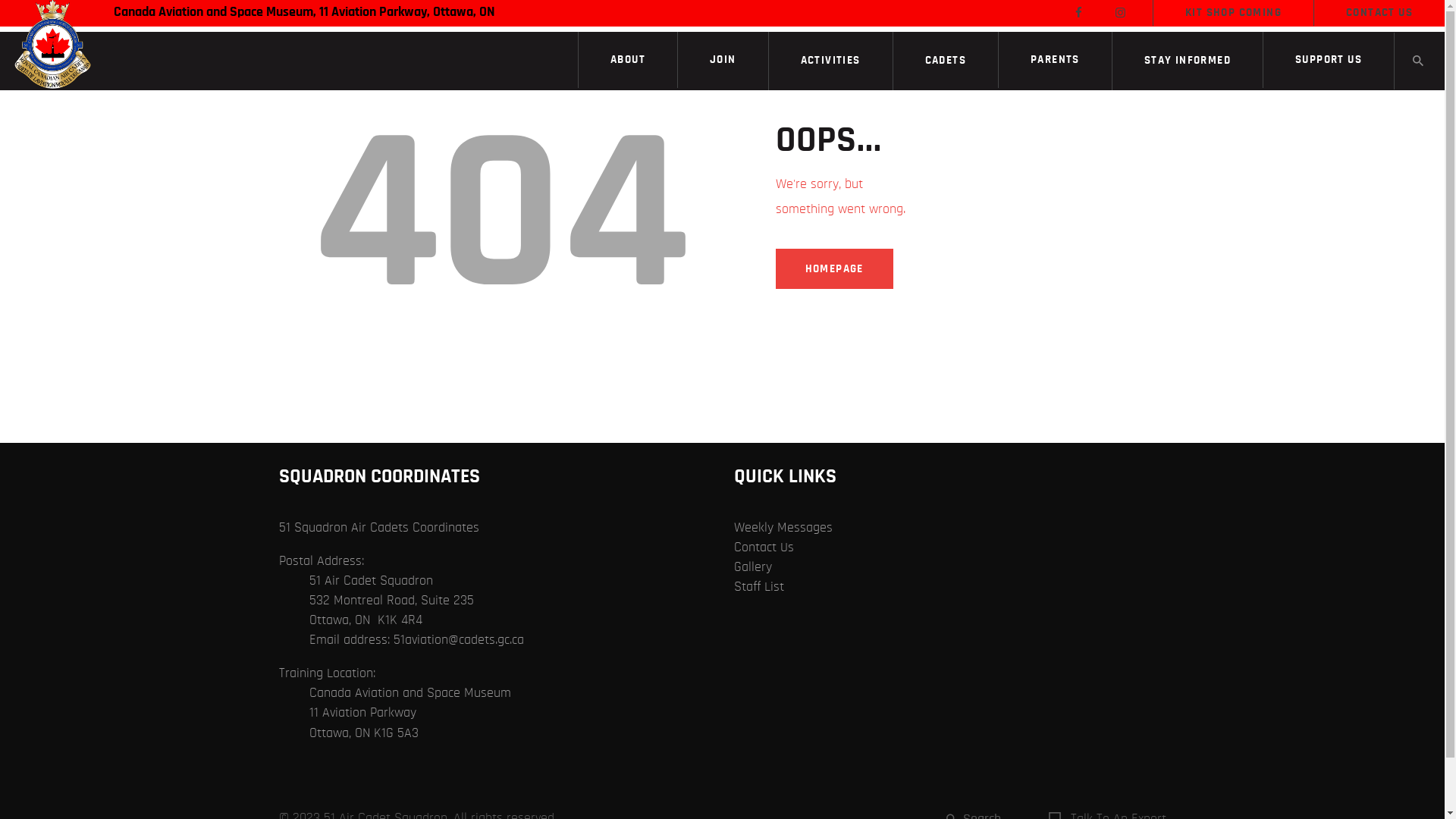 Image resolution: width=1456 pixels, height=819 pixels. Describe the element at coordinates (1054, 58) in the screenshot. I see `'PARENTS'` at that location.